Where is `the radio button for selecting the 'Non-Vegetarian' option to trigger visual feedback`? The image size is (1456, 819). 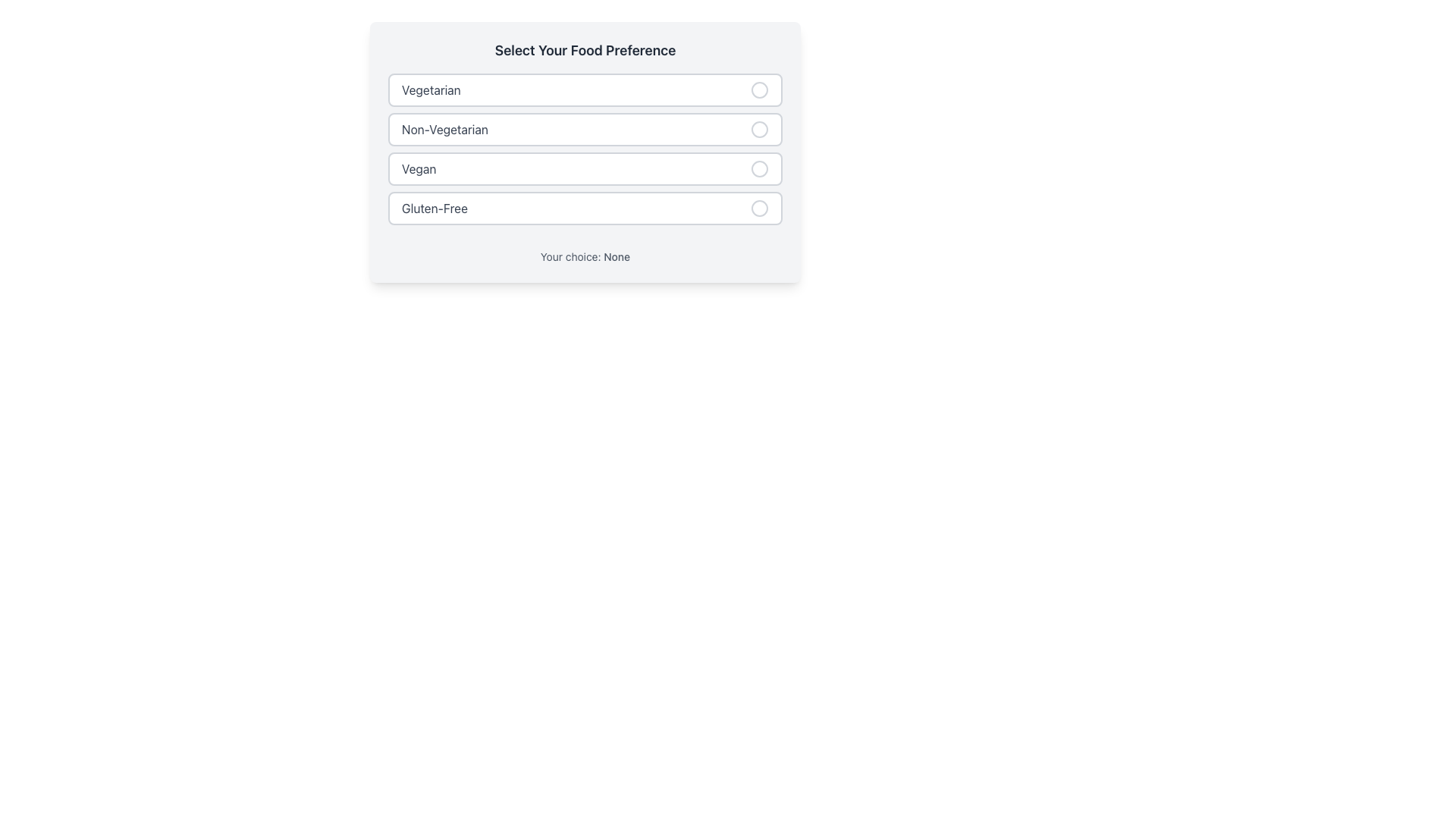 the radio button for selecting the 'Non-Vegetarian' option to trigger visual feedback is located at coordinates (760, 128).